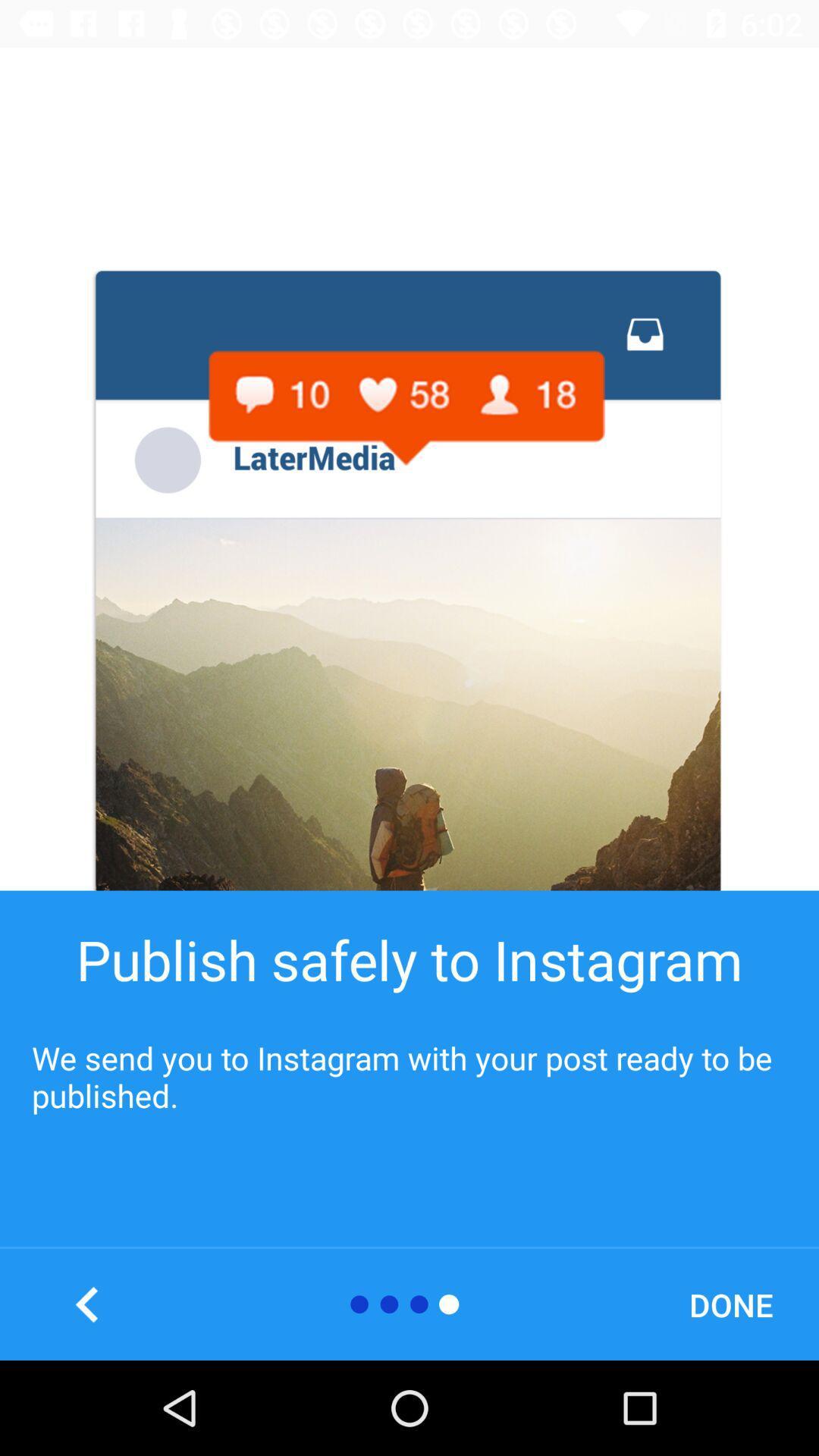  I want to click on back button, so click(87, 1304).